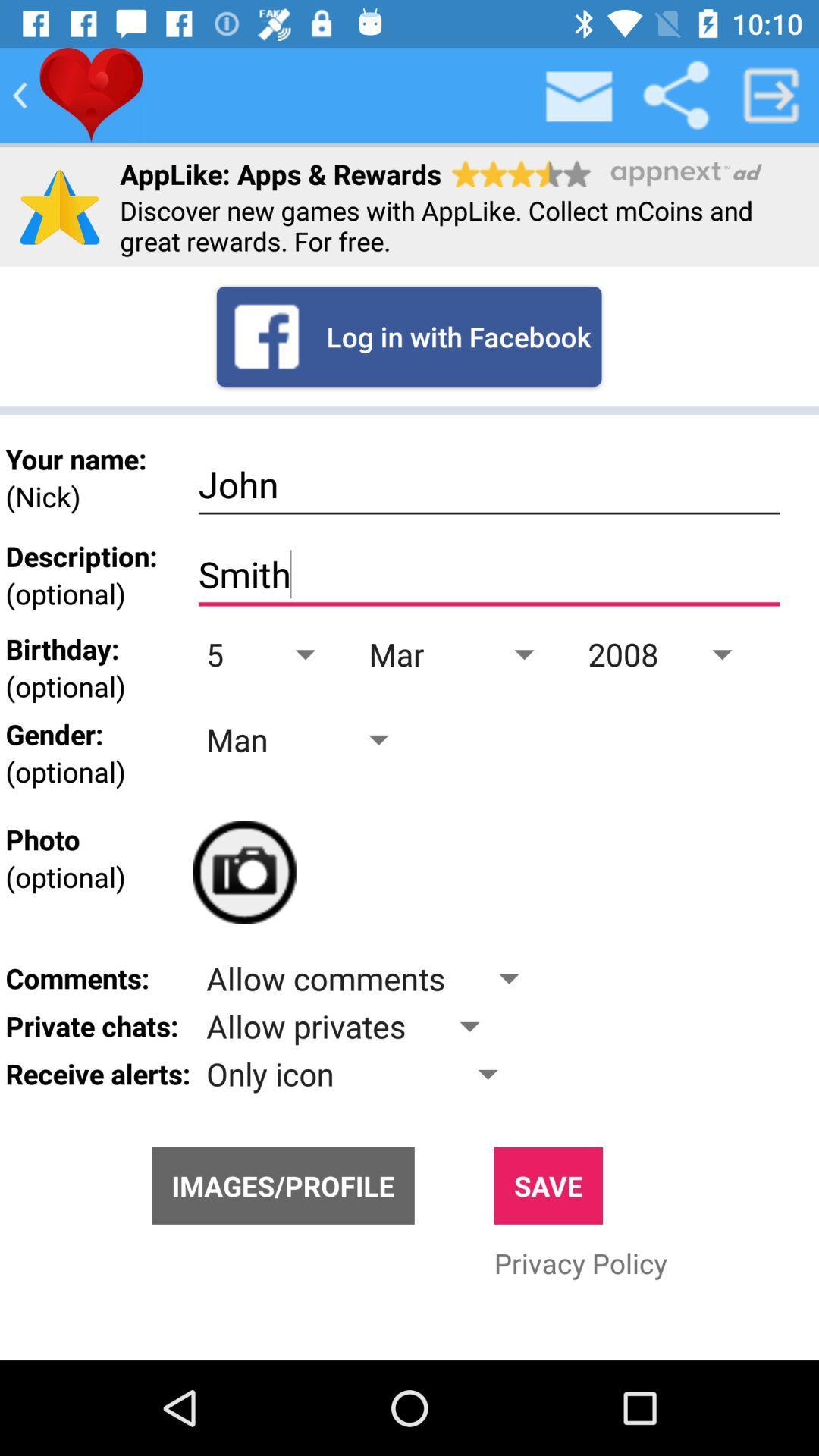  Describe the element at coordinates (243, 872) in the screenshot. I see `upload a photo` at that location.